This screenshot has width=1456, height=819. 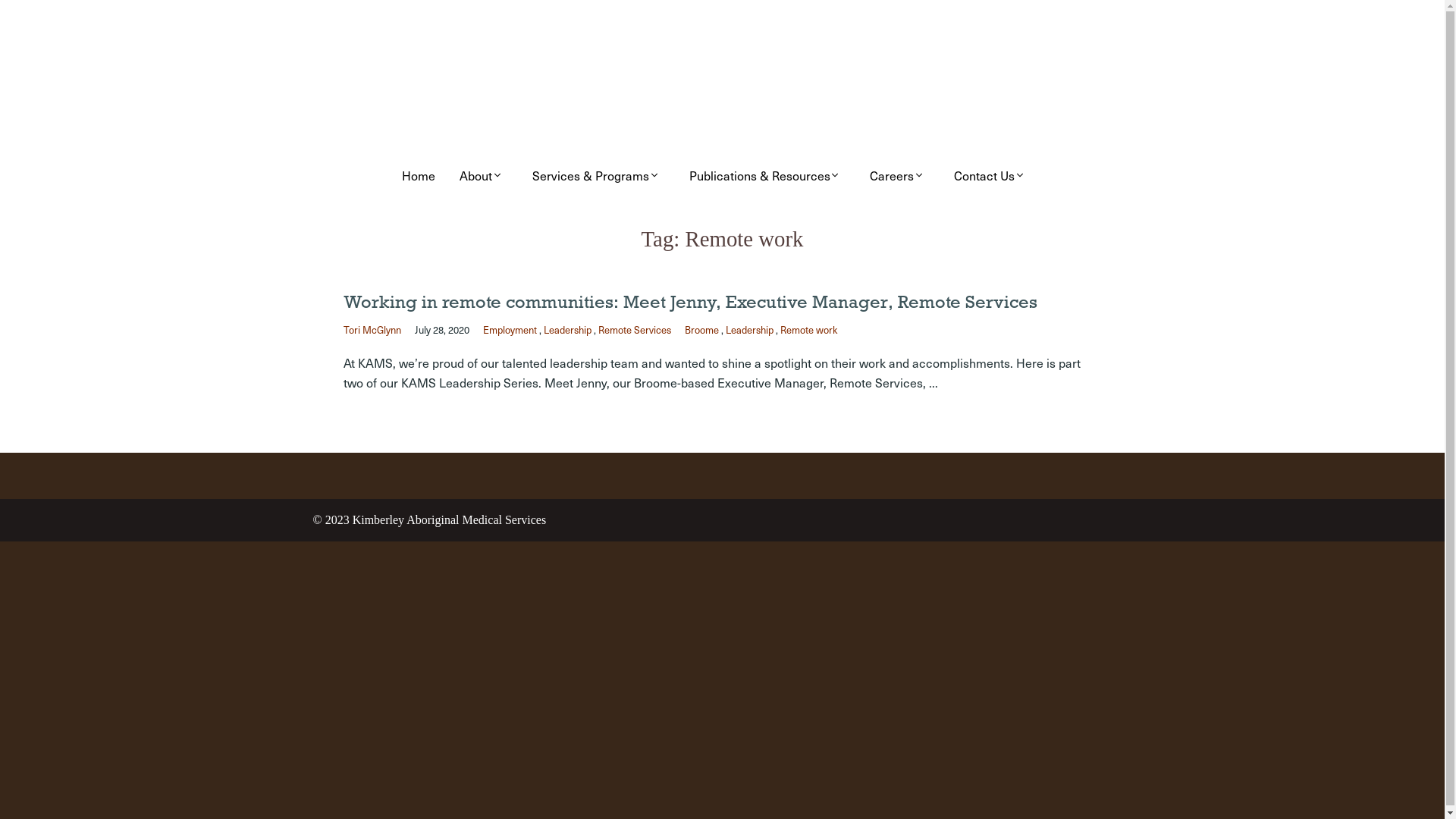 I want to click on 'Employment', so click(x=509, y=328).